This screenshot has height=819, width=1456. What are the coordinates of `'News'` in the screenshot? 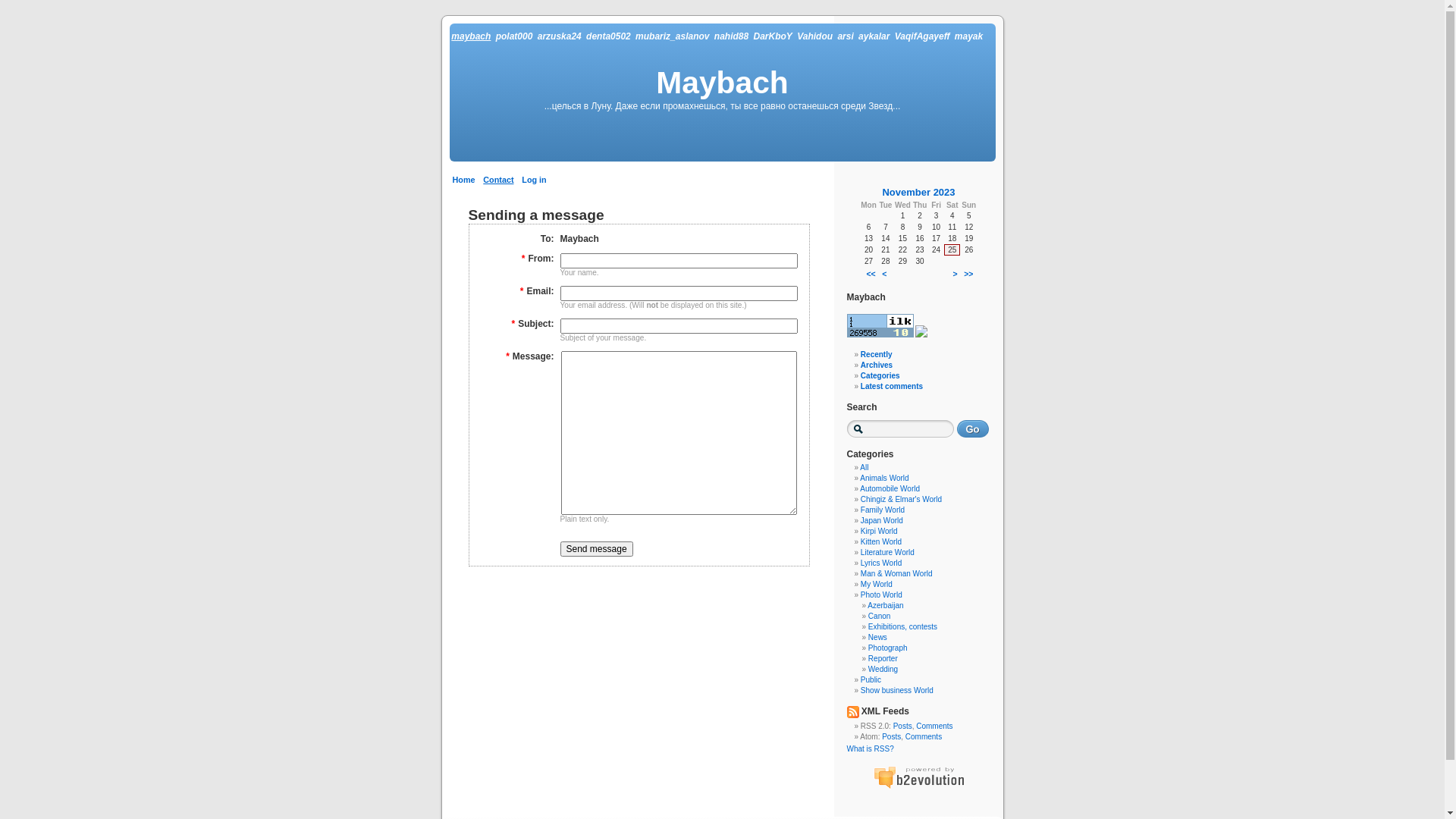 It's located at (877, 637).